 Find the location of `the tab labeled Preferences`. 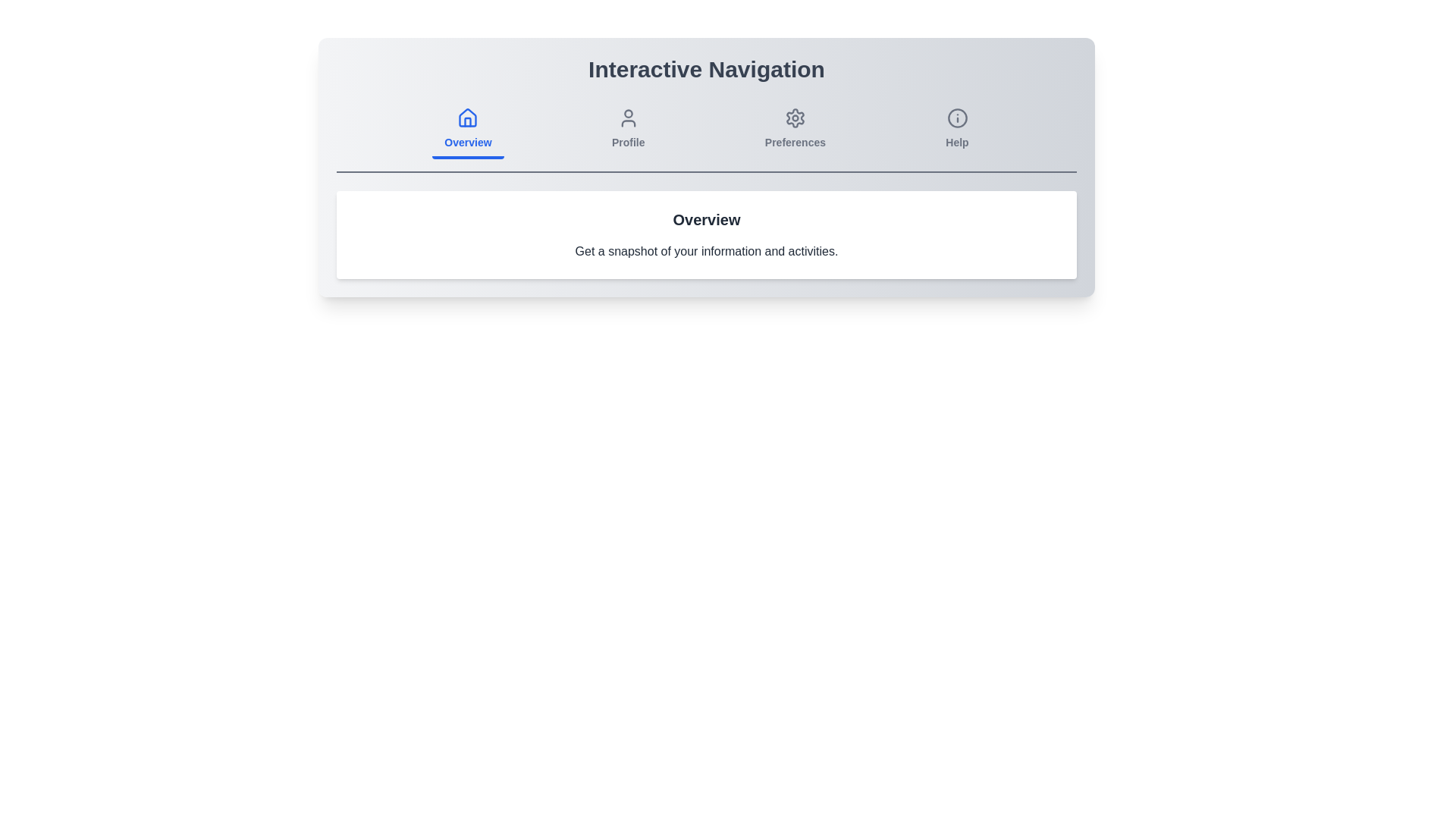

the tab labeled Preferences is located at coordinates (795, 130).